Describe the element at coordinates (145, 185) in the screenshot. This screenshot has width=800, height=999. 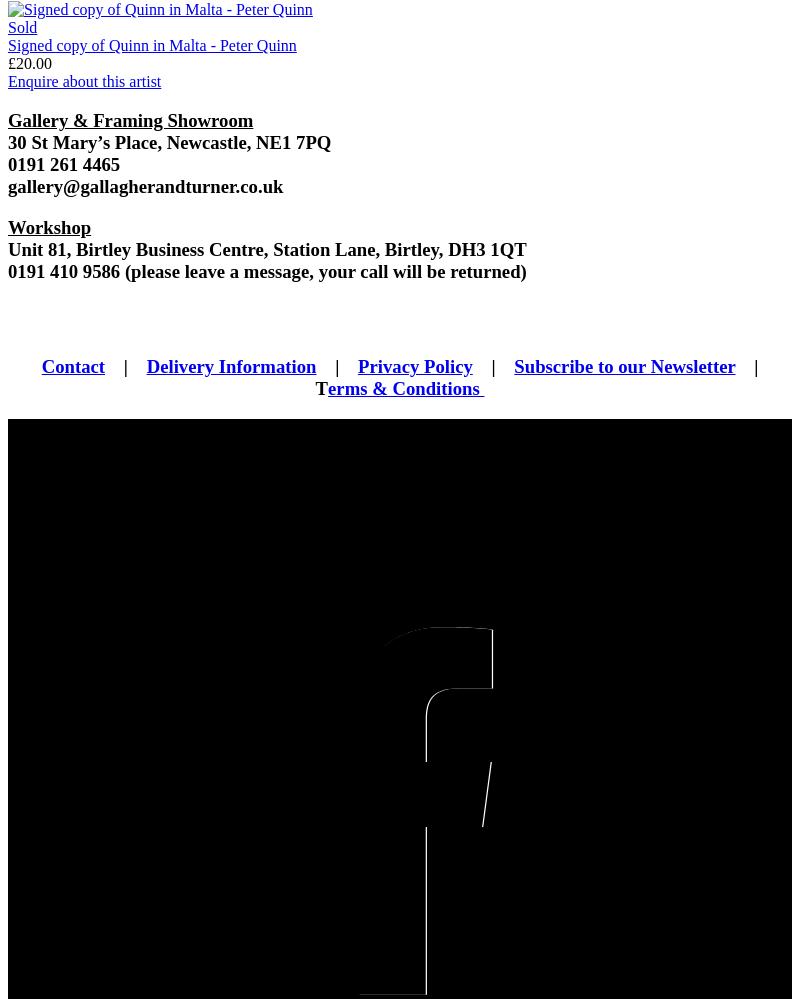
I see `'gallery@gallagherandturner.co.uk'` at that location.